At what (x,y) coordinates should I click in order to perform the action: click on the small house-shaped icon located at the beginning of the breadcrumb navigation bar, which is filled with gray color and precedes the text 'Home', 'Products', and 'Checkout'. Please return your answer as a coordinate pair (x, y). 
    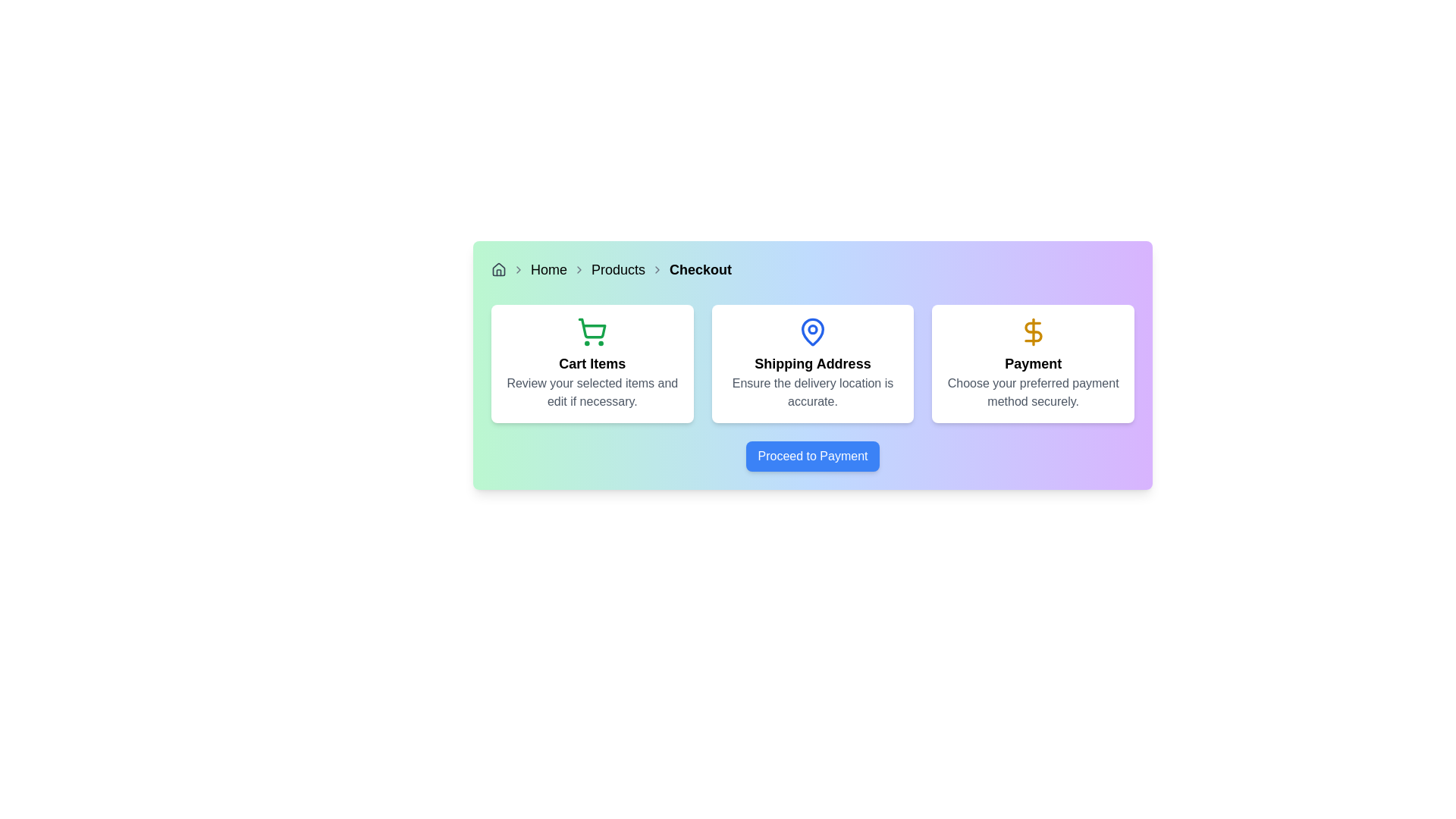
    Looking at the image, I should click on (498, 268).